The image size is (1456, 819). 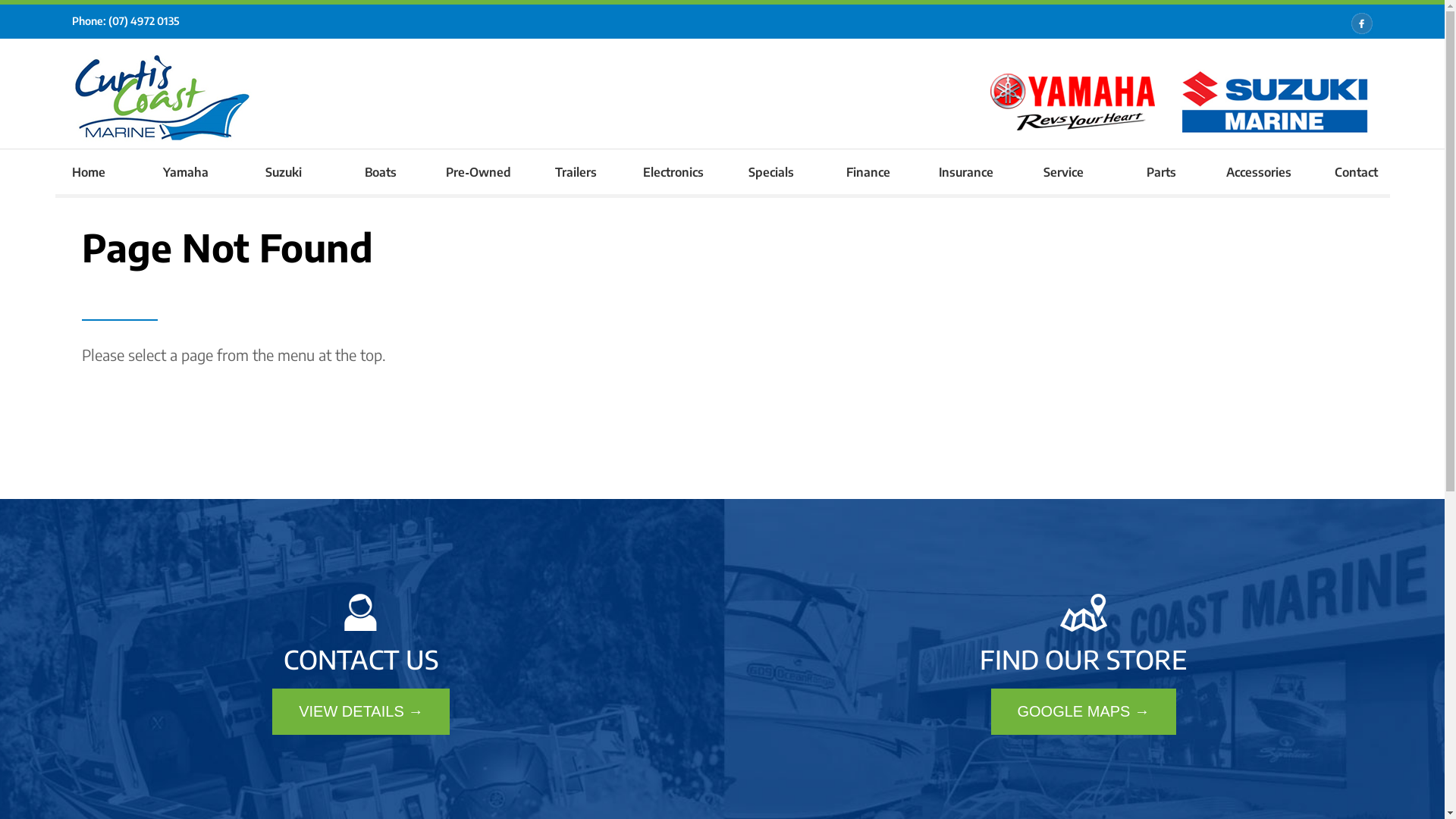 I want to click on 'Accessories', so click(x=1258, y=171).